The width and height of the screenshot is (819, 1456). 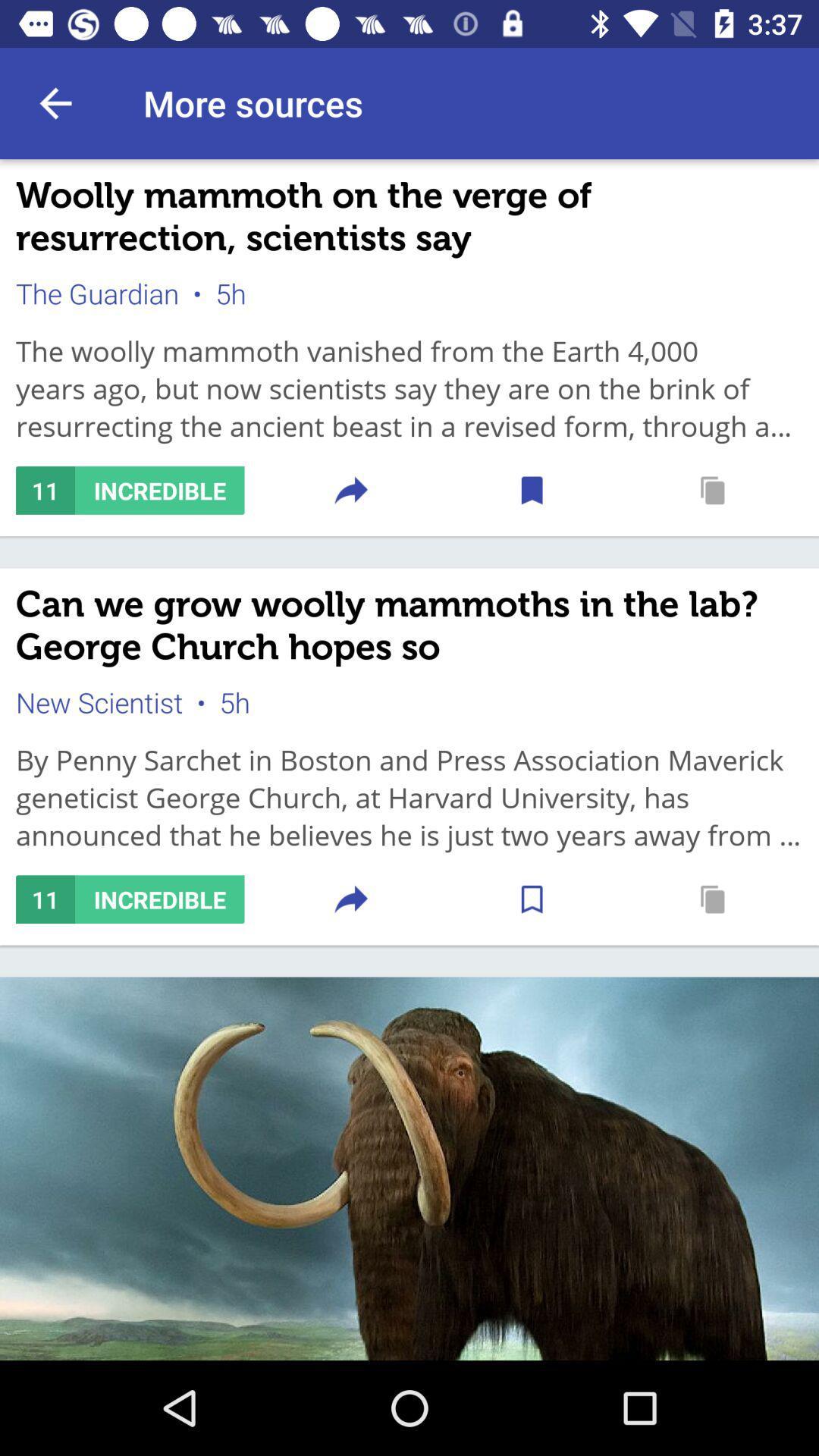 What do you see at coordinates (55, 102) in the screenshot?
I see `item to the left of the more sources` at bounding box center [55, 102].